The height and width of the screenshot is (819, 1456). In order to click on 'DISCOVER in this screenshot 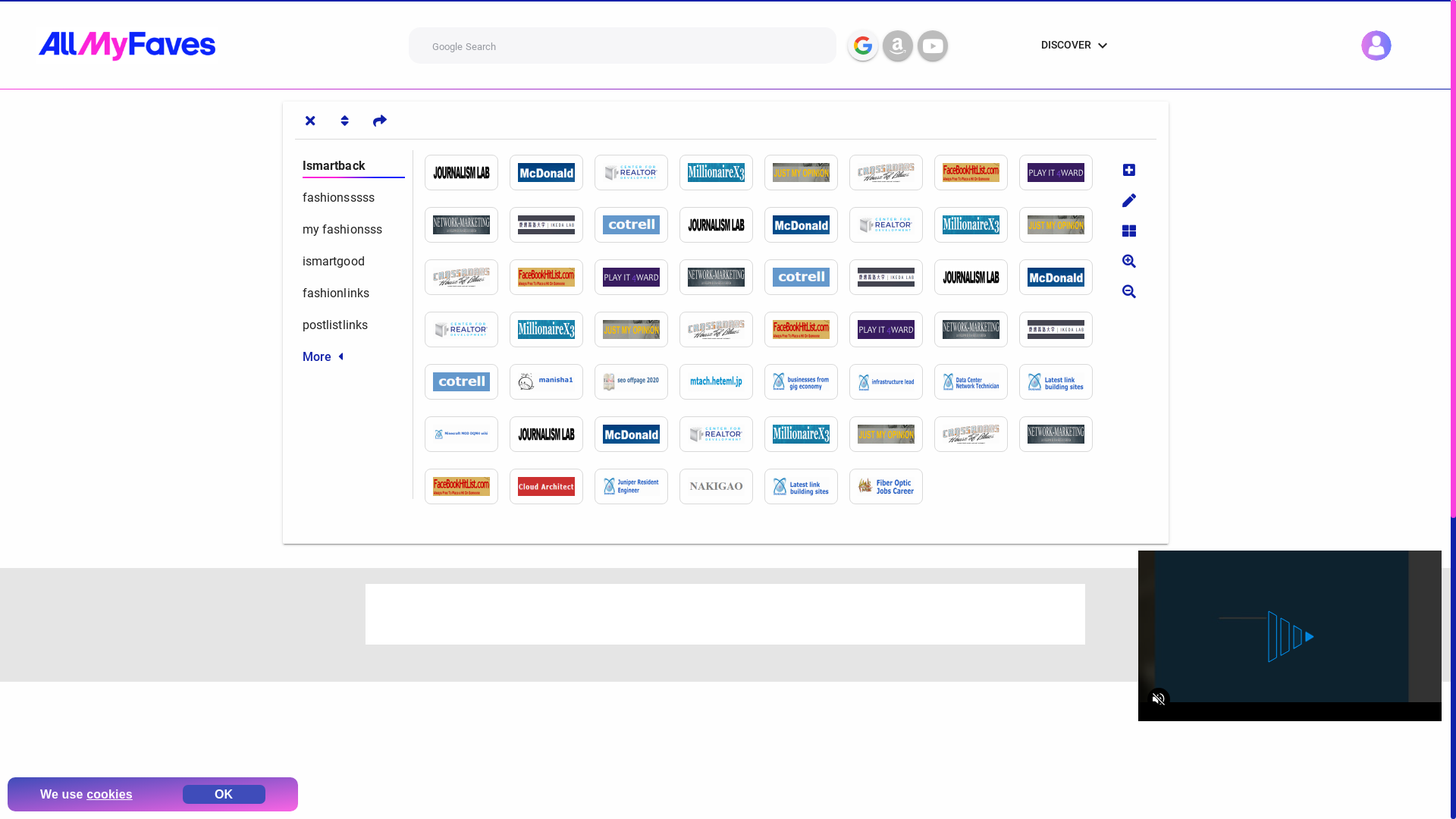, I will do `click(1075, 45)`.